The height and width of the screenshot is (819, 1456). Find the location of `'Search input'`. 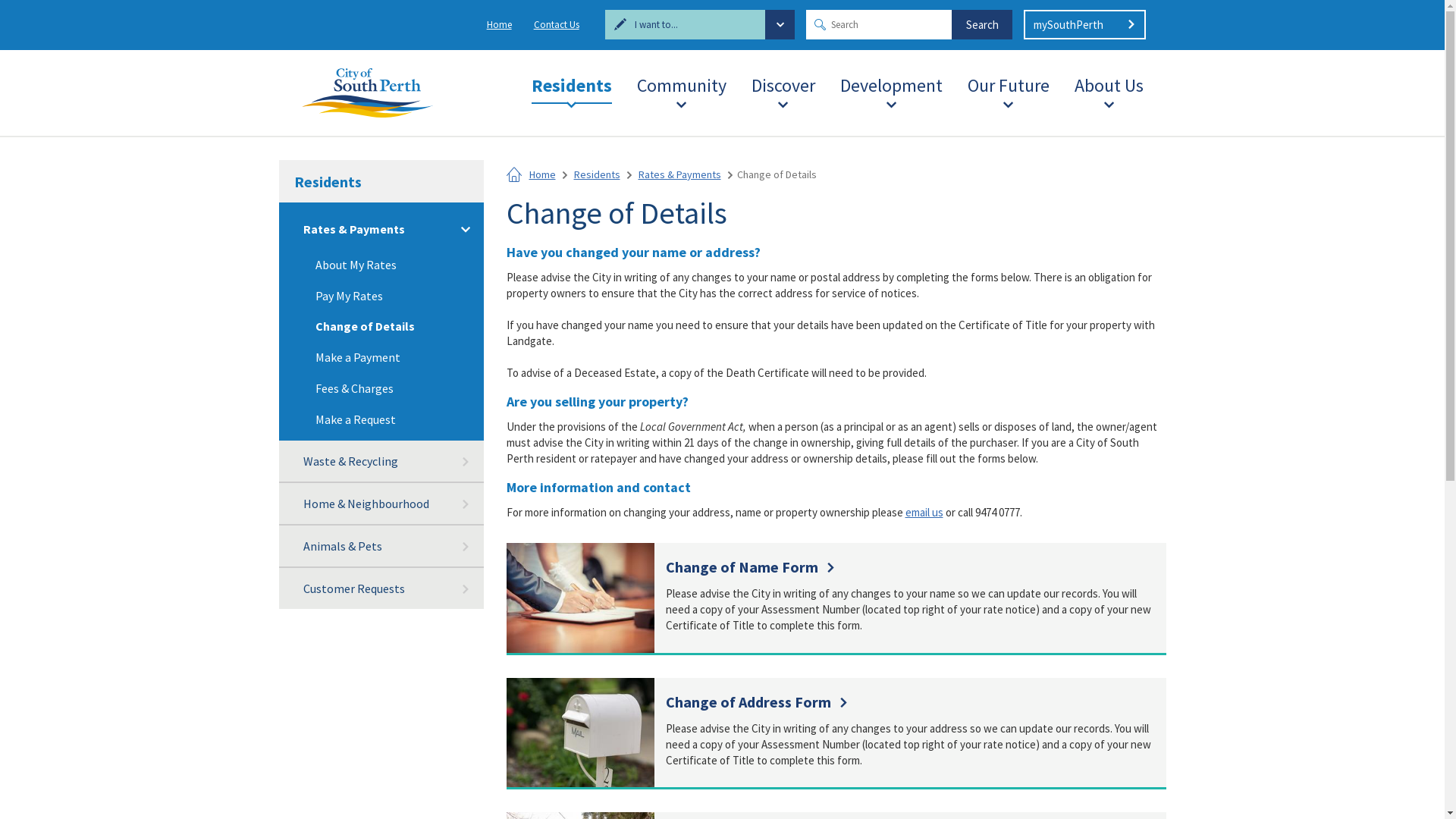

'Search input' is located at coordinates (909, 24).